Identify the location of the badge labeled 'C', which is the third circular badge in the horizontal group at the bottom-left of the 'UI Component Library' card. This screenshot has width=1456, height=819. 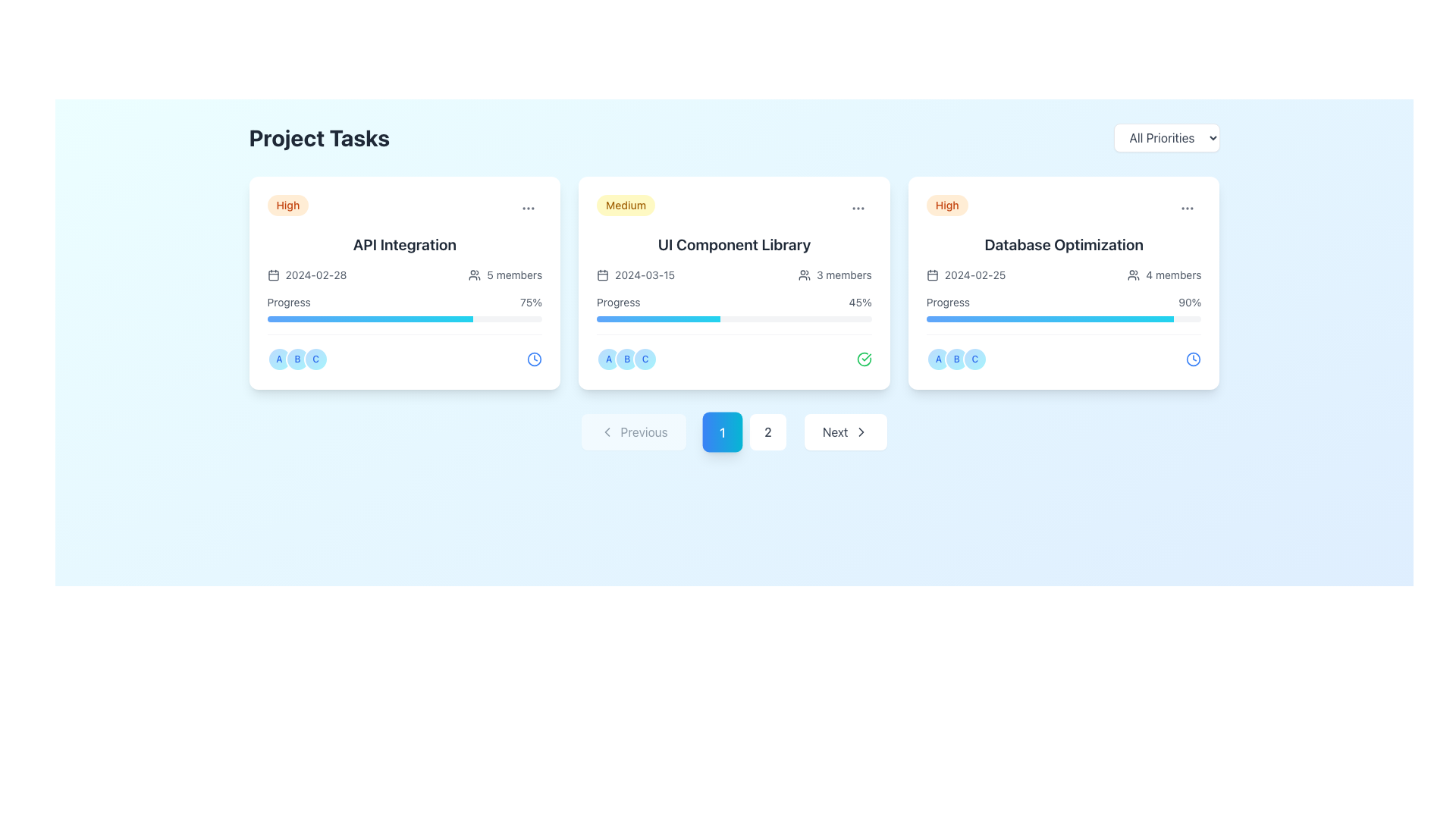
(645, 359).